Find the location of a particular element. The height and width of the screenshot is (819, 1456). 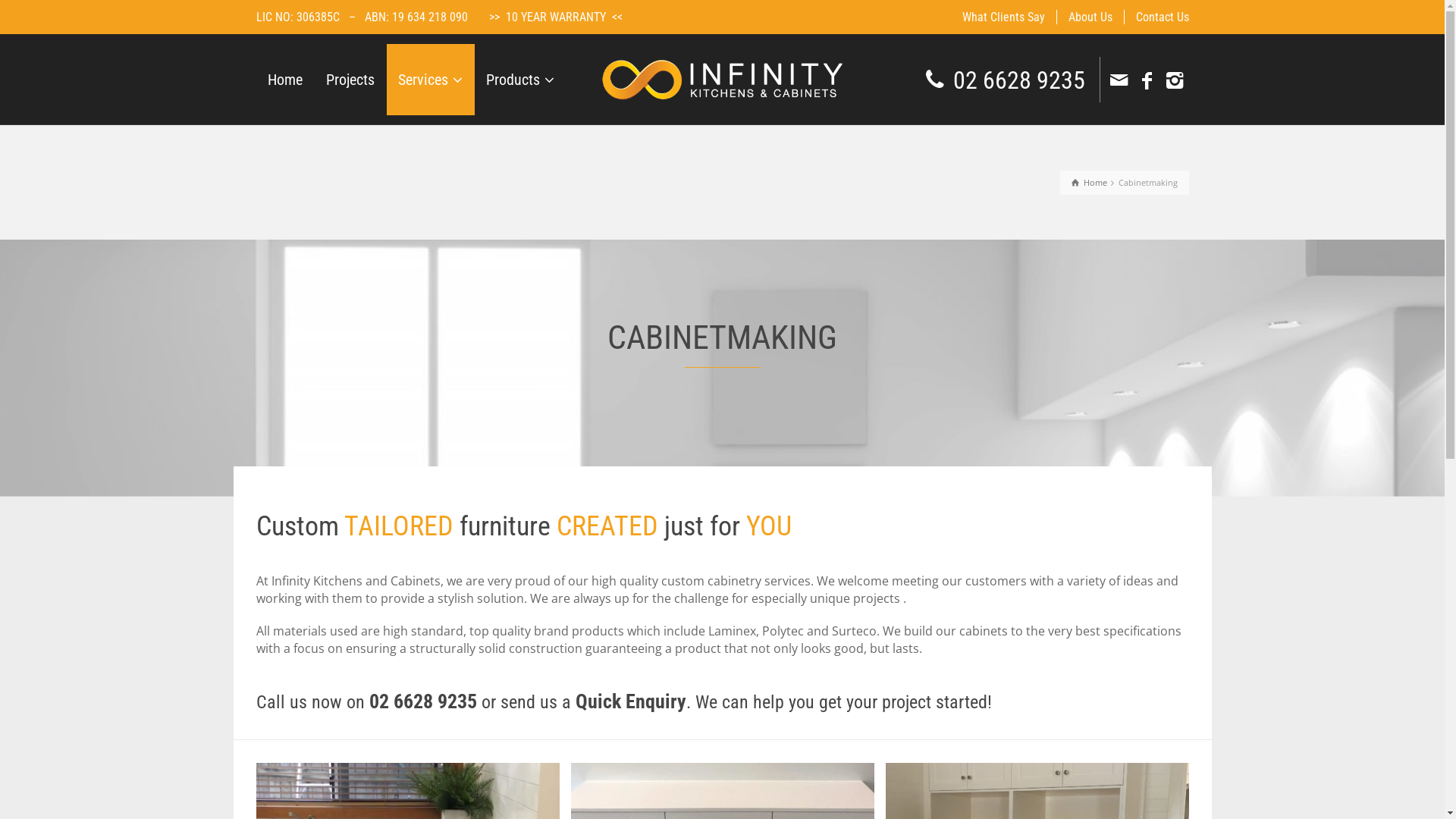

'Infinity Kitchens & Cabinets' is located at coordinates (720, 78).